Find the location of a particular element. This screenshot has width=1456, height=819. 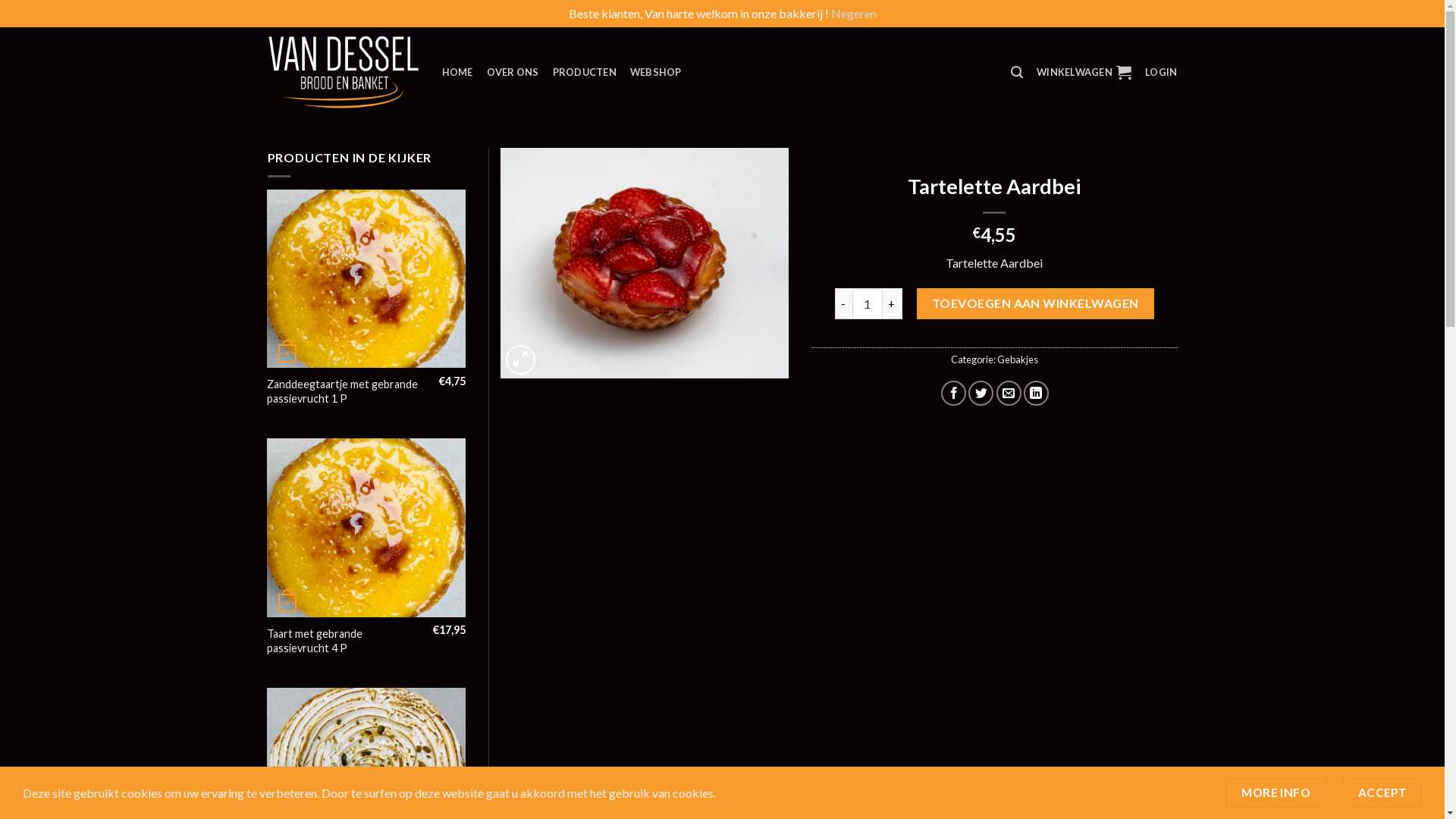

'Zoom' is located at coordinates (520, 359).